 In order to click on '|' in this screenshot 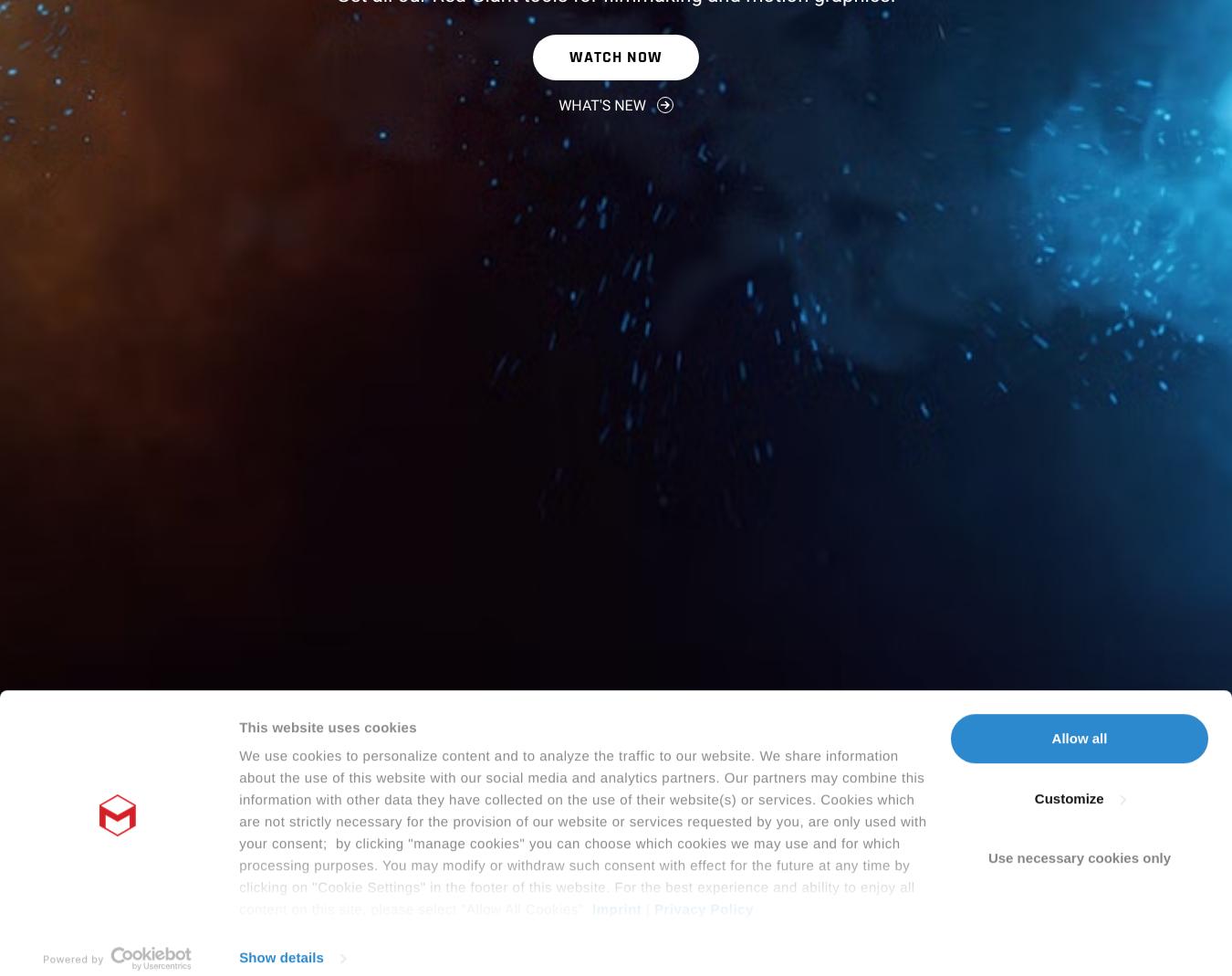, I will do `click(646, 765)`.